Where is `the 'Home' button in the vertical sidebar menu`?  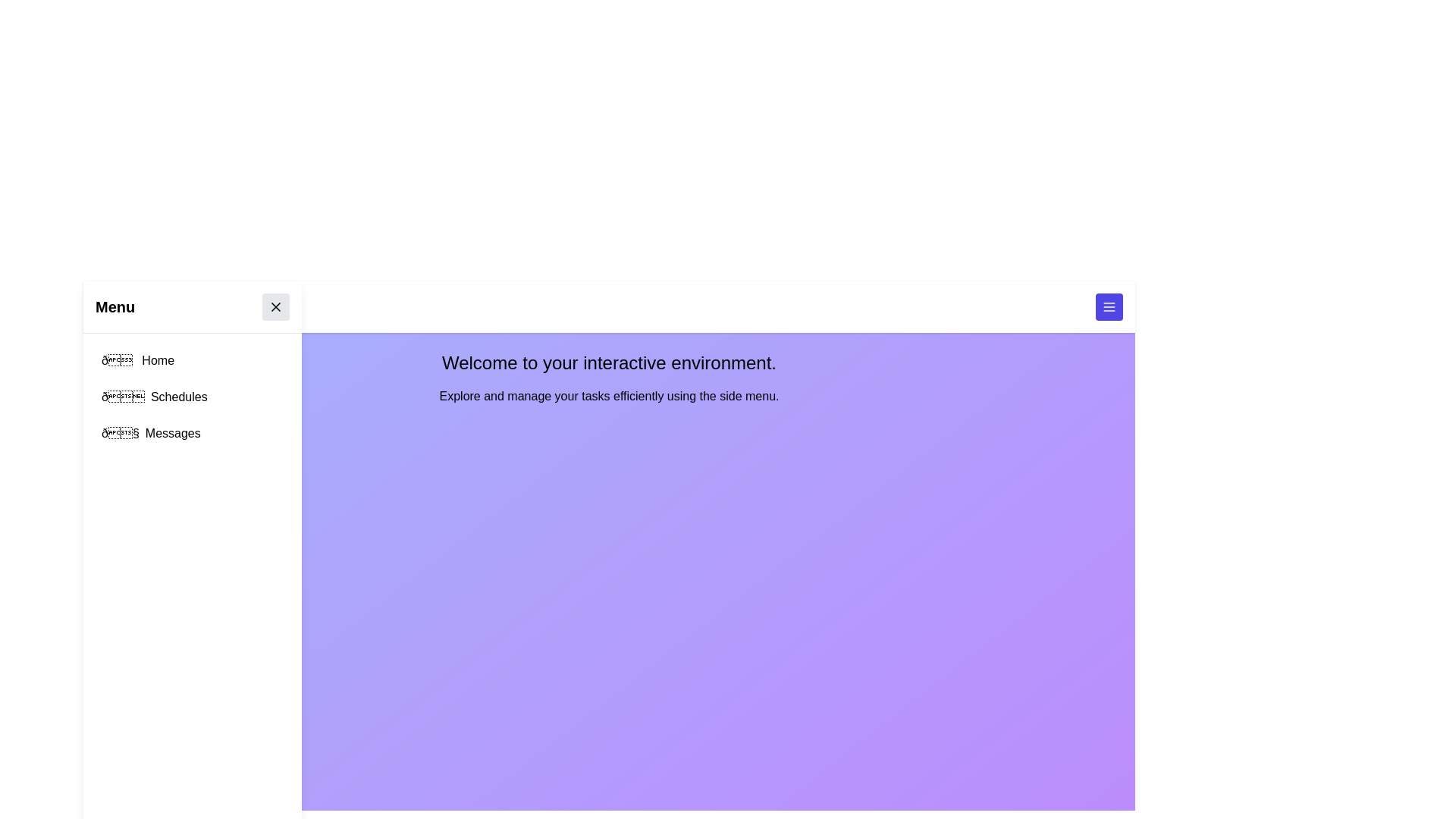
the 'Home' button in the vertical sidebar menu is located at coordinates (192, 360).